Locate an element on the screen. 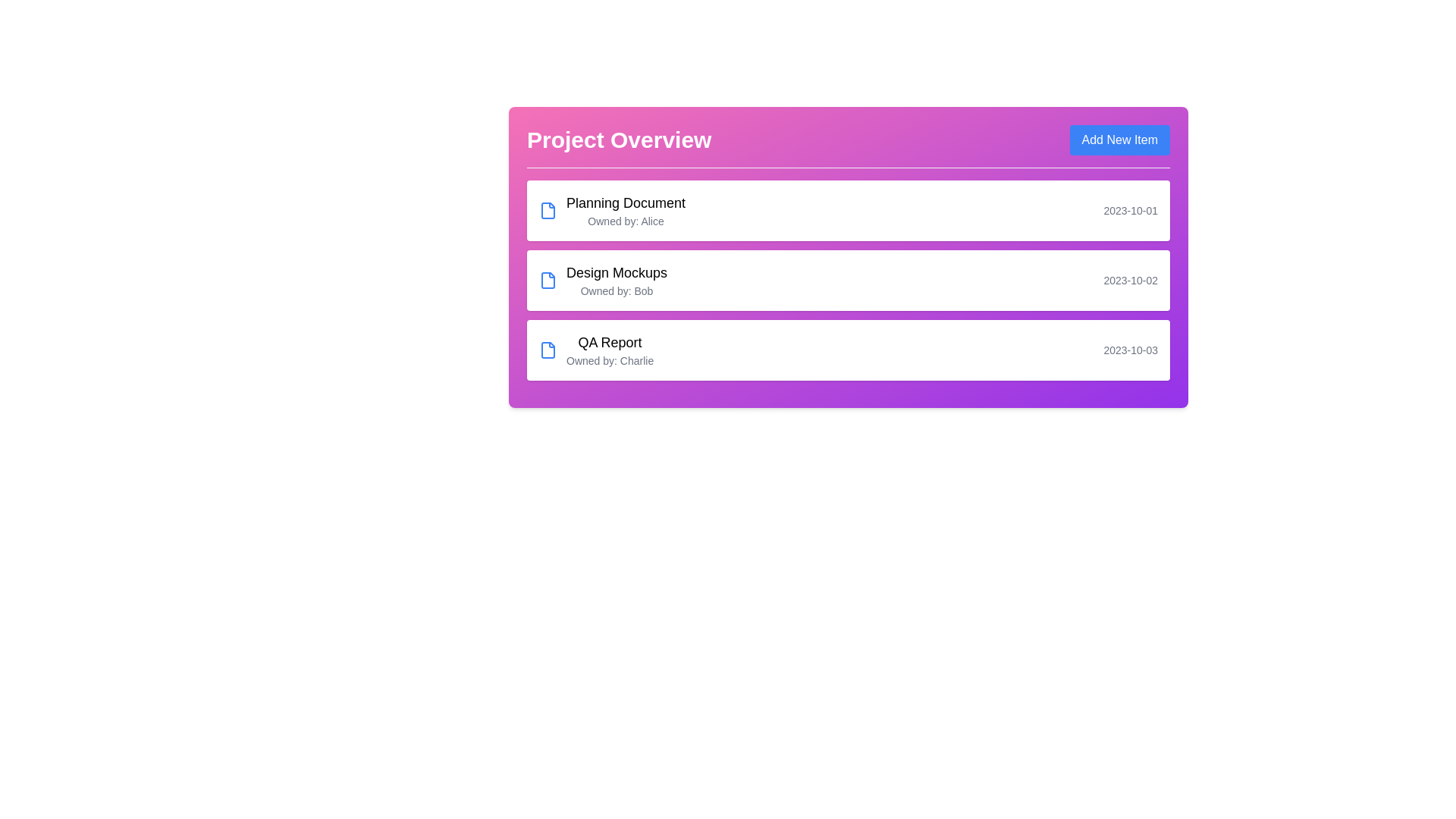  the text block displaying 'QA Report' with ownership details 'Owned by: Charlie' in a vertical list of project overviews is located at coordinates (610, 350).